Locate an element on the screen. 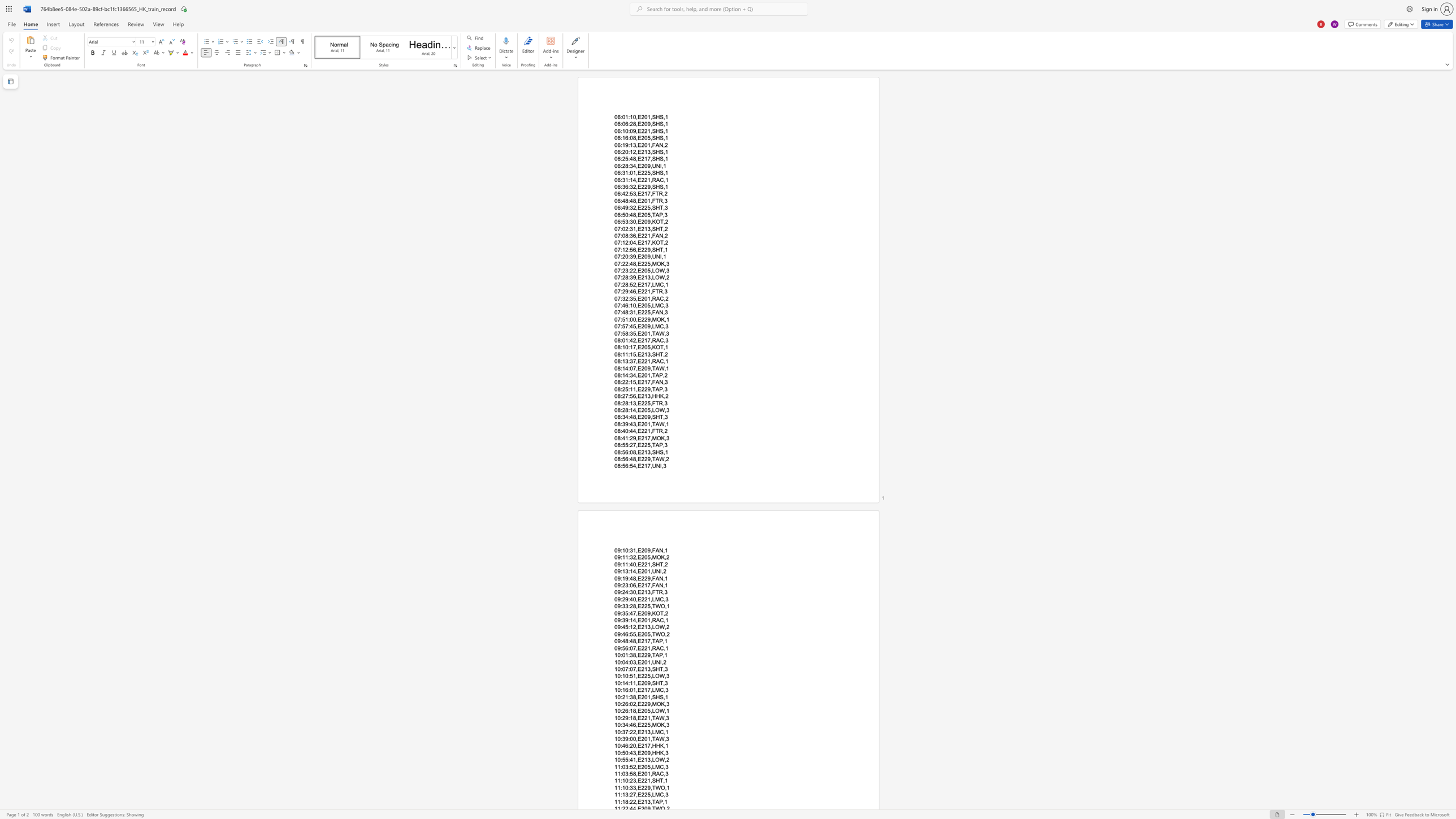 This screenshot has width=1456, height=819. the space between the continuous character "R" and "," in the text is located at coordinates (662, 592).